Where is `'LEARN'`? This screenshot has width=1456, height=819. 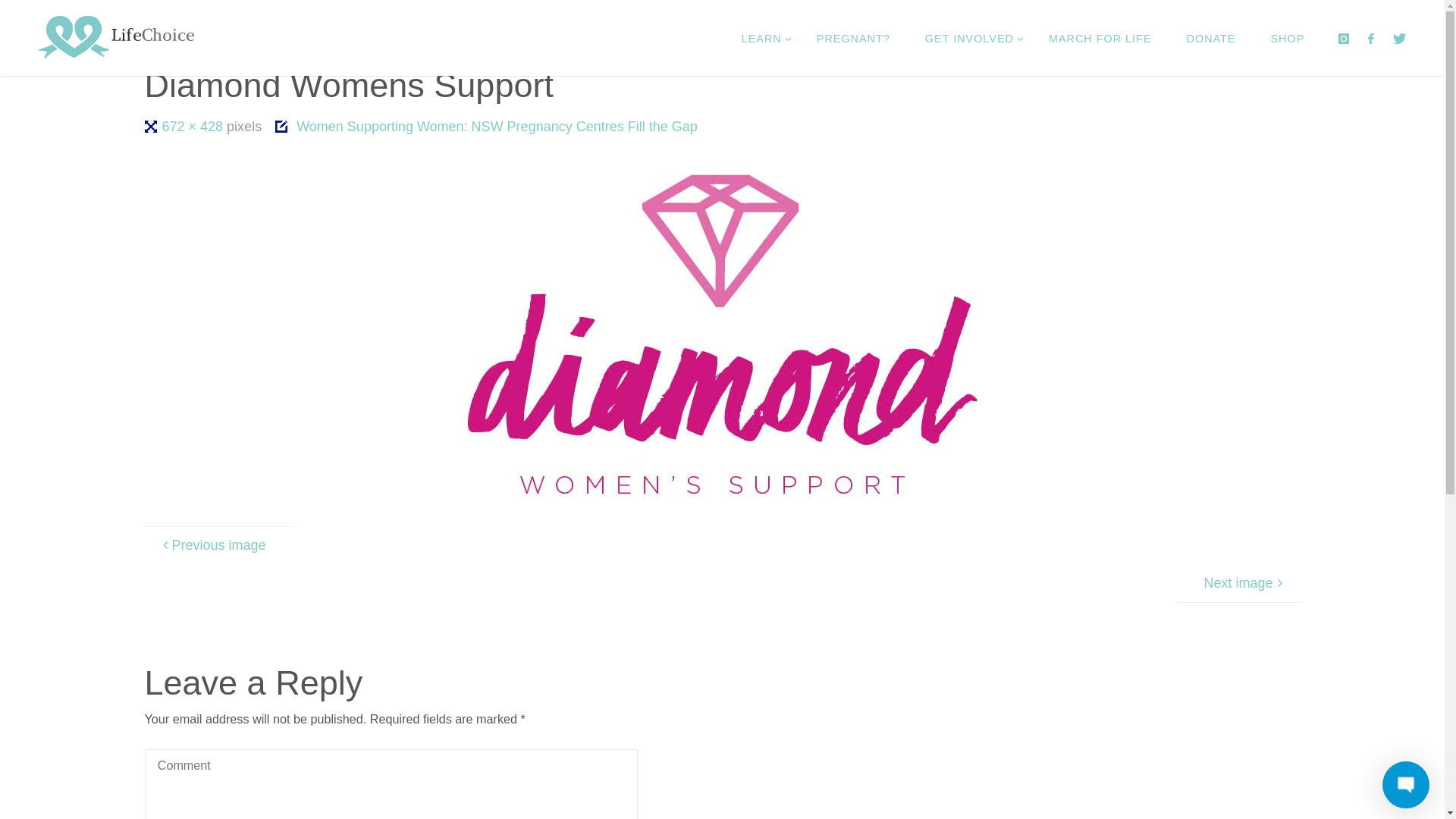
'LEARN' is located at coordinates (723, 37).